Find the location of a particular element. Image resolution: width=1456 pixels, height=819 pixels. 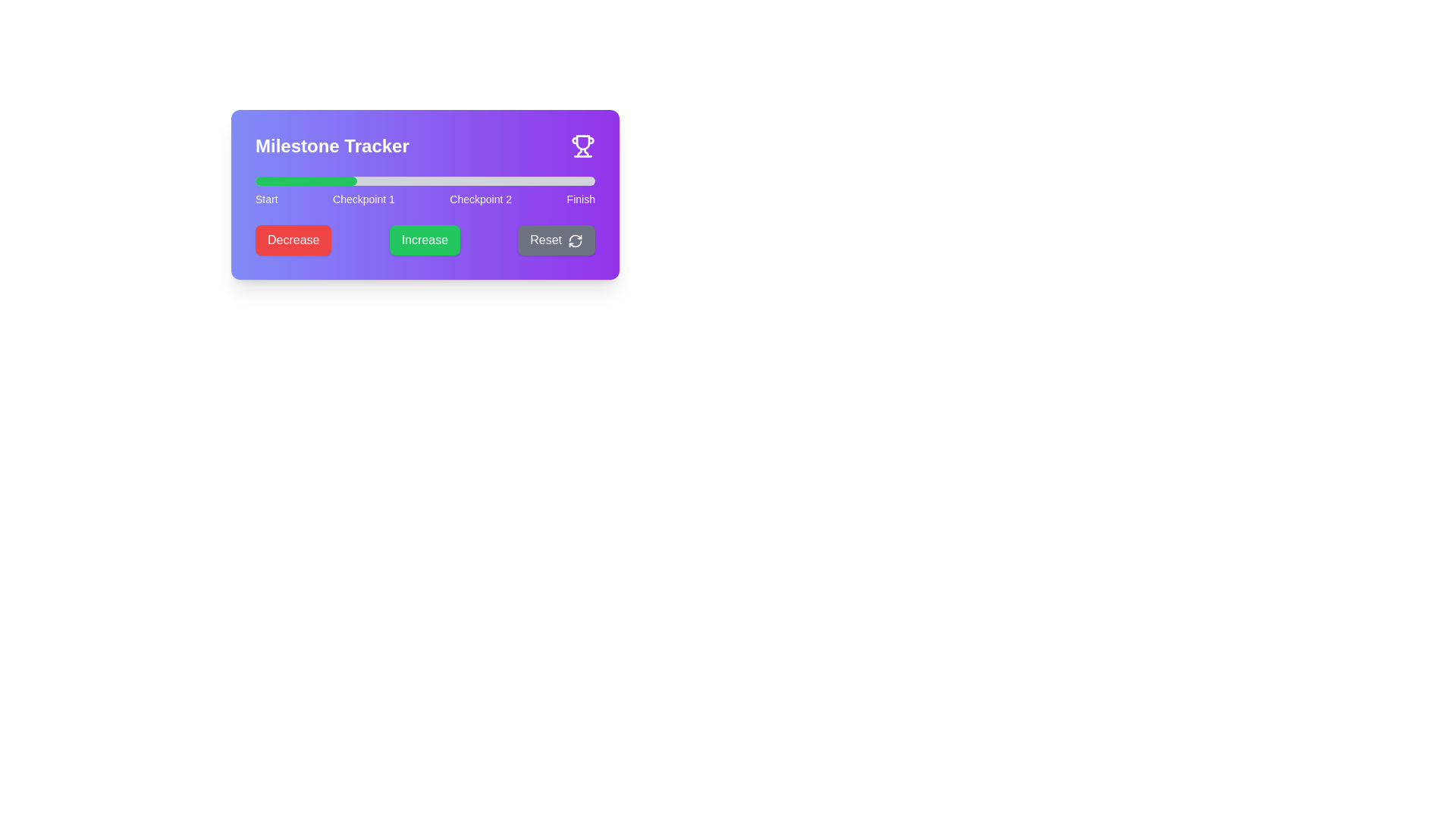

the horizontal progress bar with milestone indicators located centrally below the 'Milestone Tracker' title, which features markers for 'Start,' 'Checkpoint 1,' 'Checkpoint 2,' and 'Finish' is located at coordinates (425, 191).